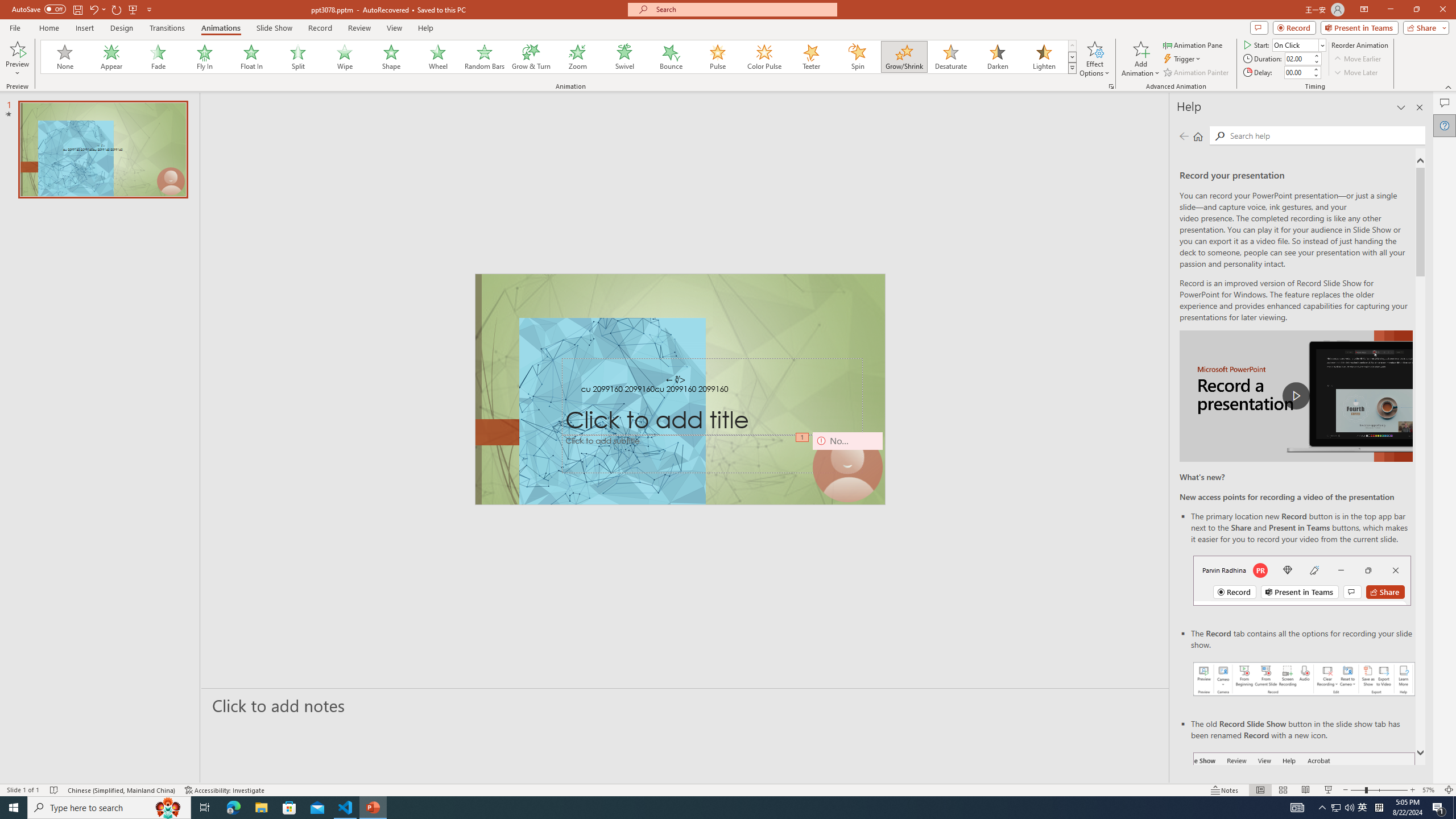  Describe the element at coordinates (1072, 67) in the screenshot. I see `'Animation Styles'` at that location.